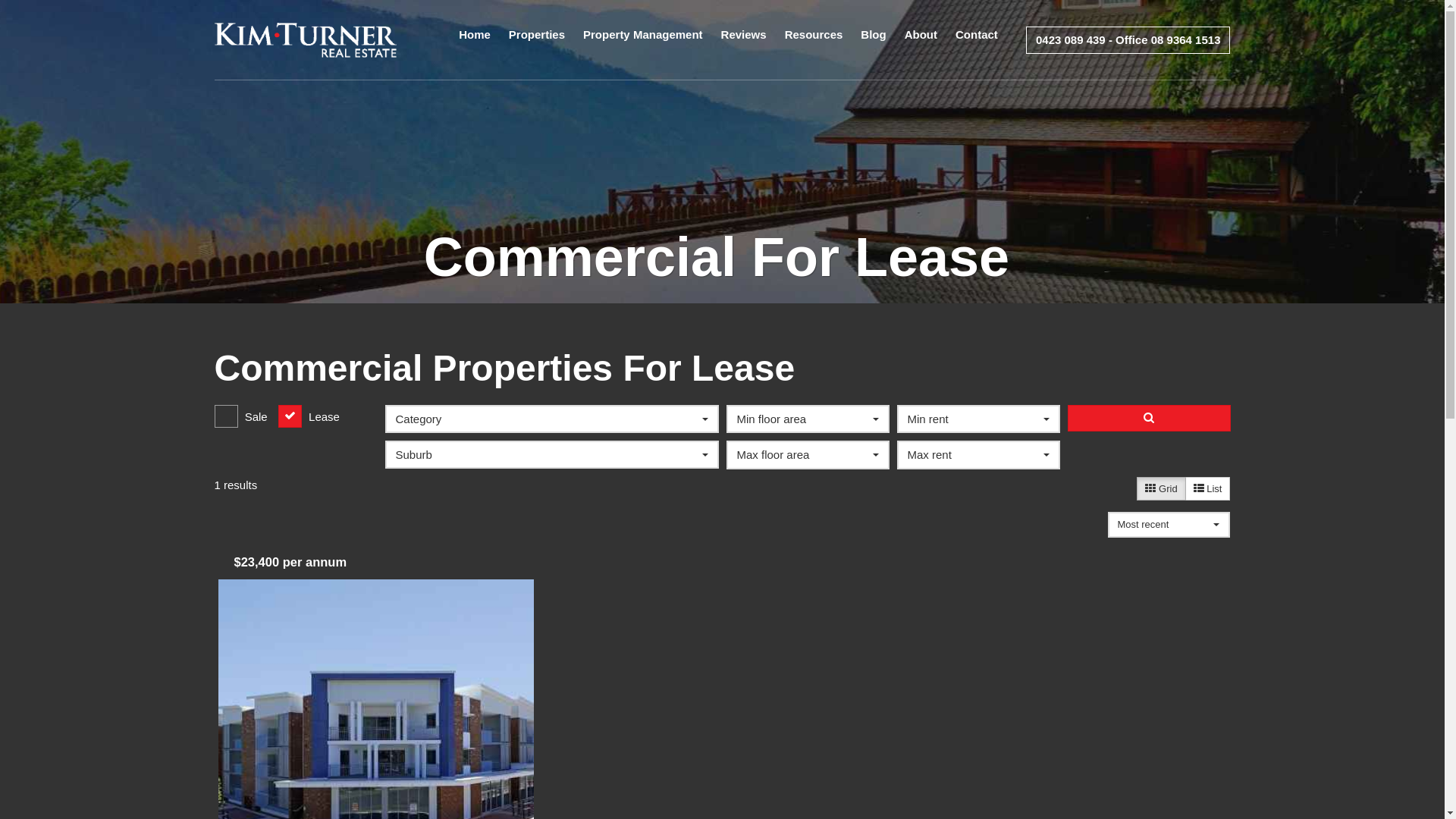 The width and height of the screenshot is (1456, 819). I want to click on 'Min rent, so click(977, 419).